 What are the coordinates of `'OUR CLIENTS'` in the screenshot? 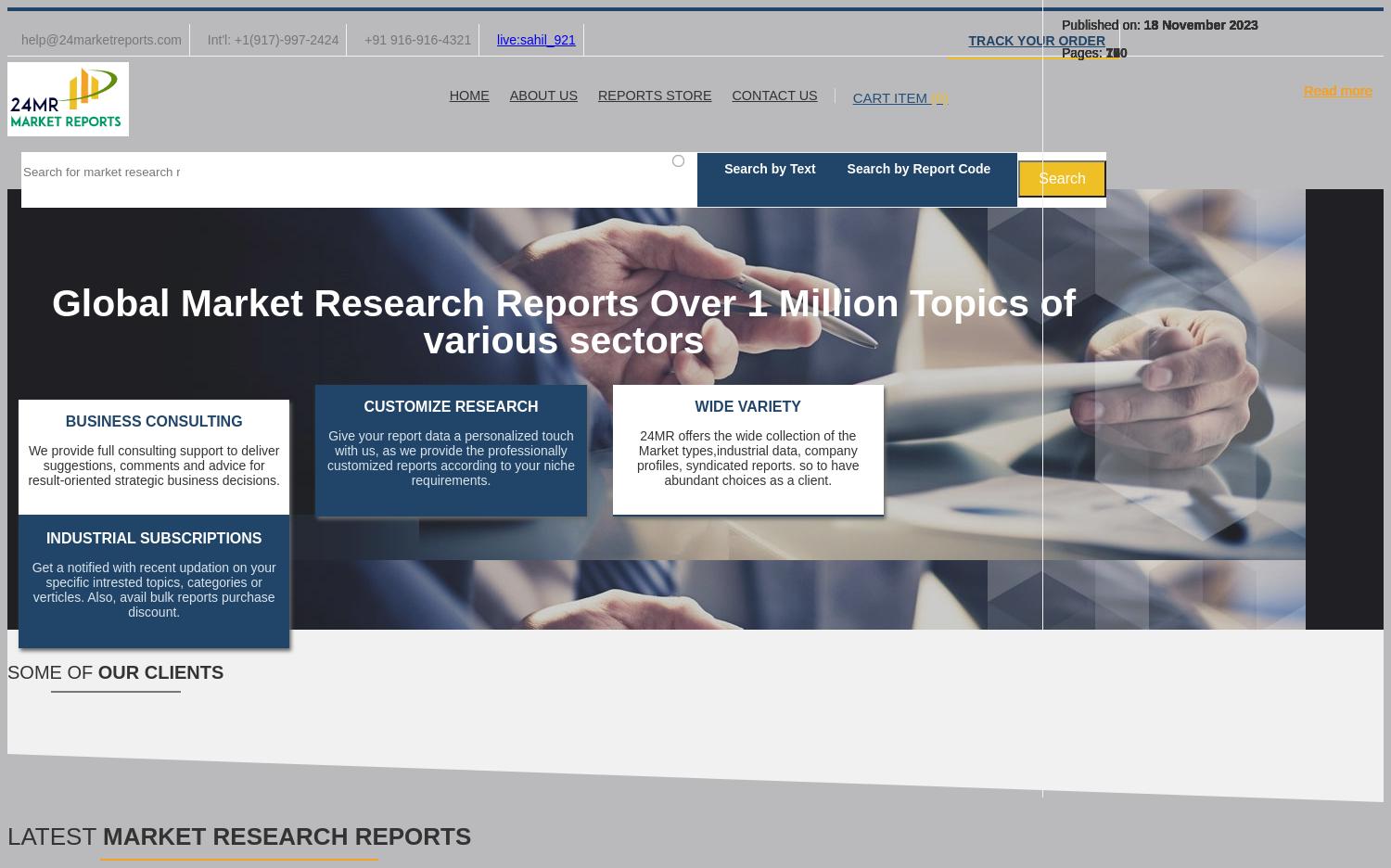 It's located at (96, 671).